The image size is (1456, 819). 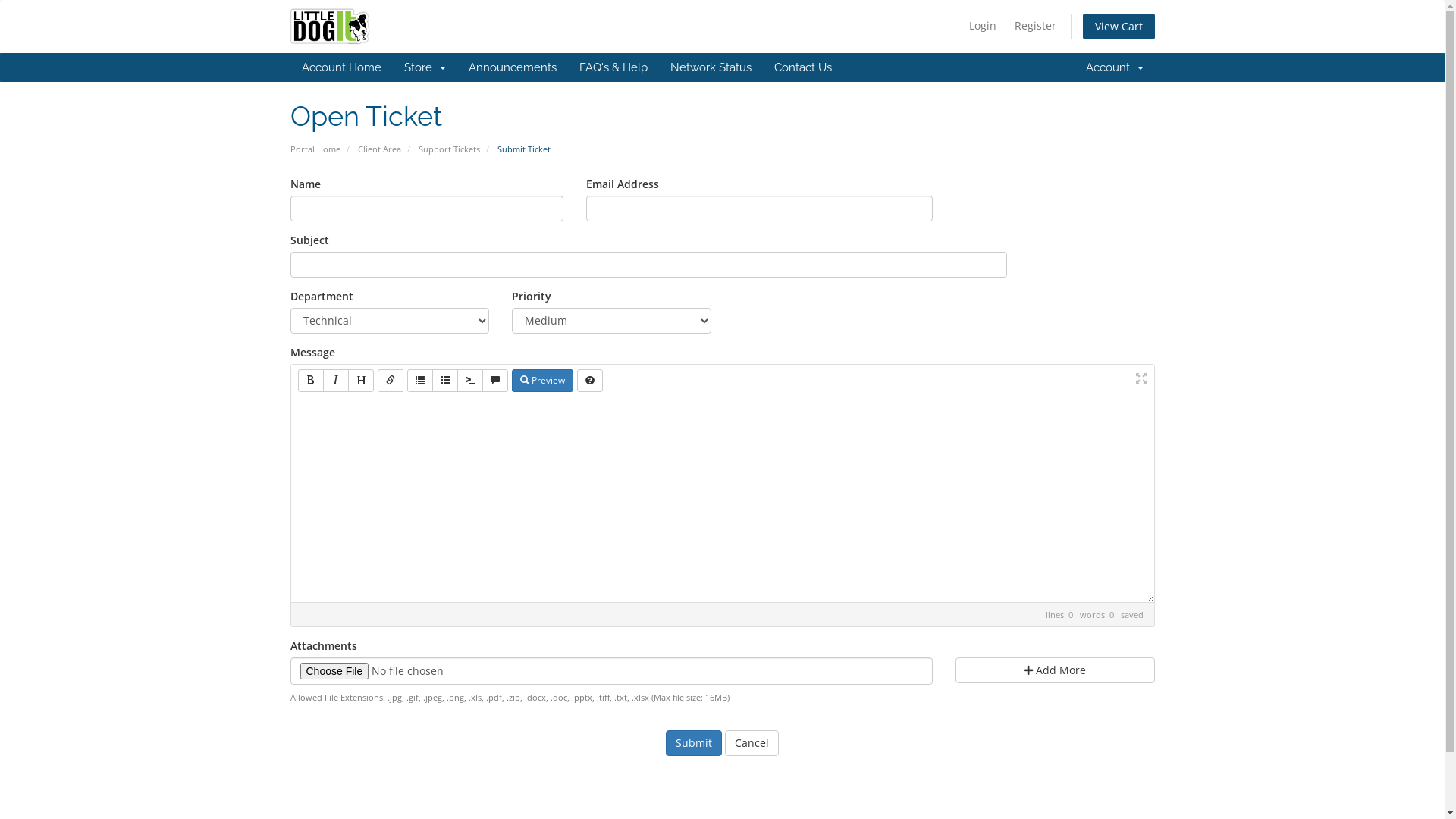 What do you see at coordinates (588, 379) in the screenshot?
I see `'Help'` at bounding box center [588, 379].